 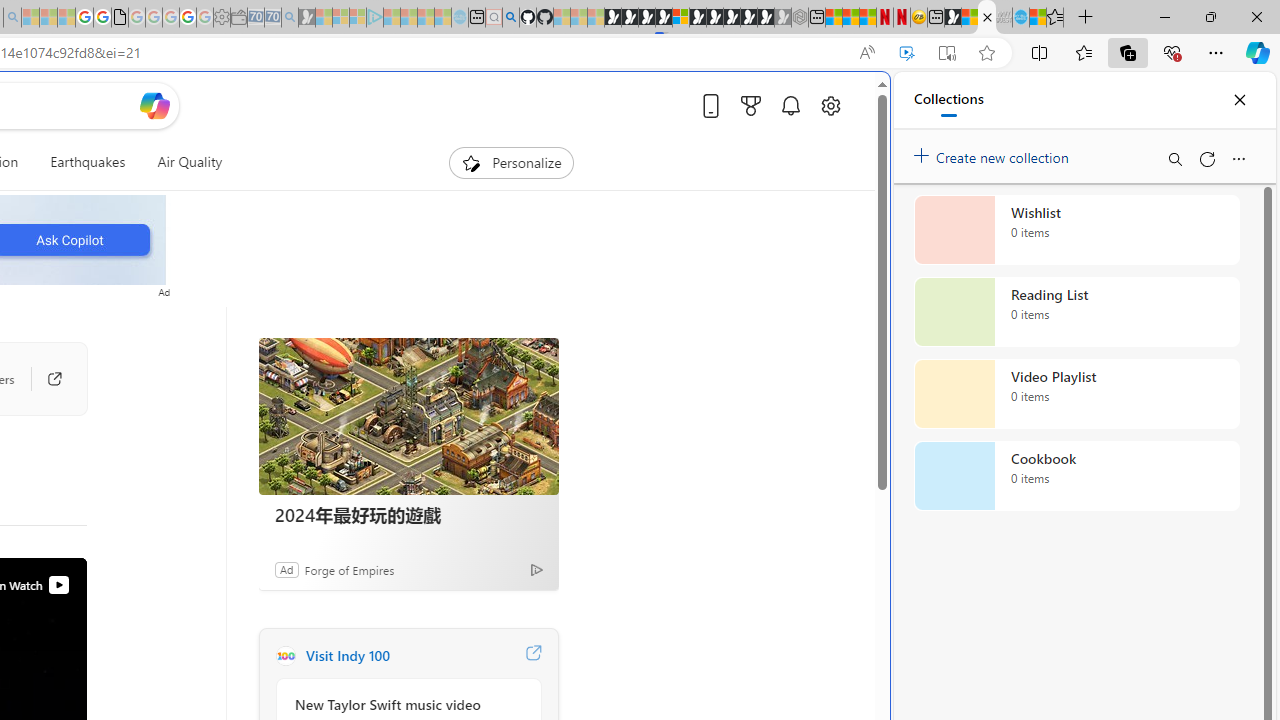 I want to click on 'More options menu', so click(x=1237, y=158).